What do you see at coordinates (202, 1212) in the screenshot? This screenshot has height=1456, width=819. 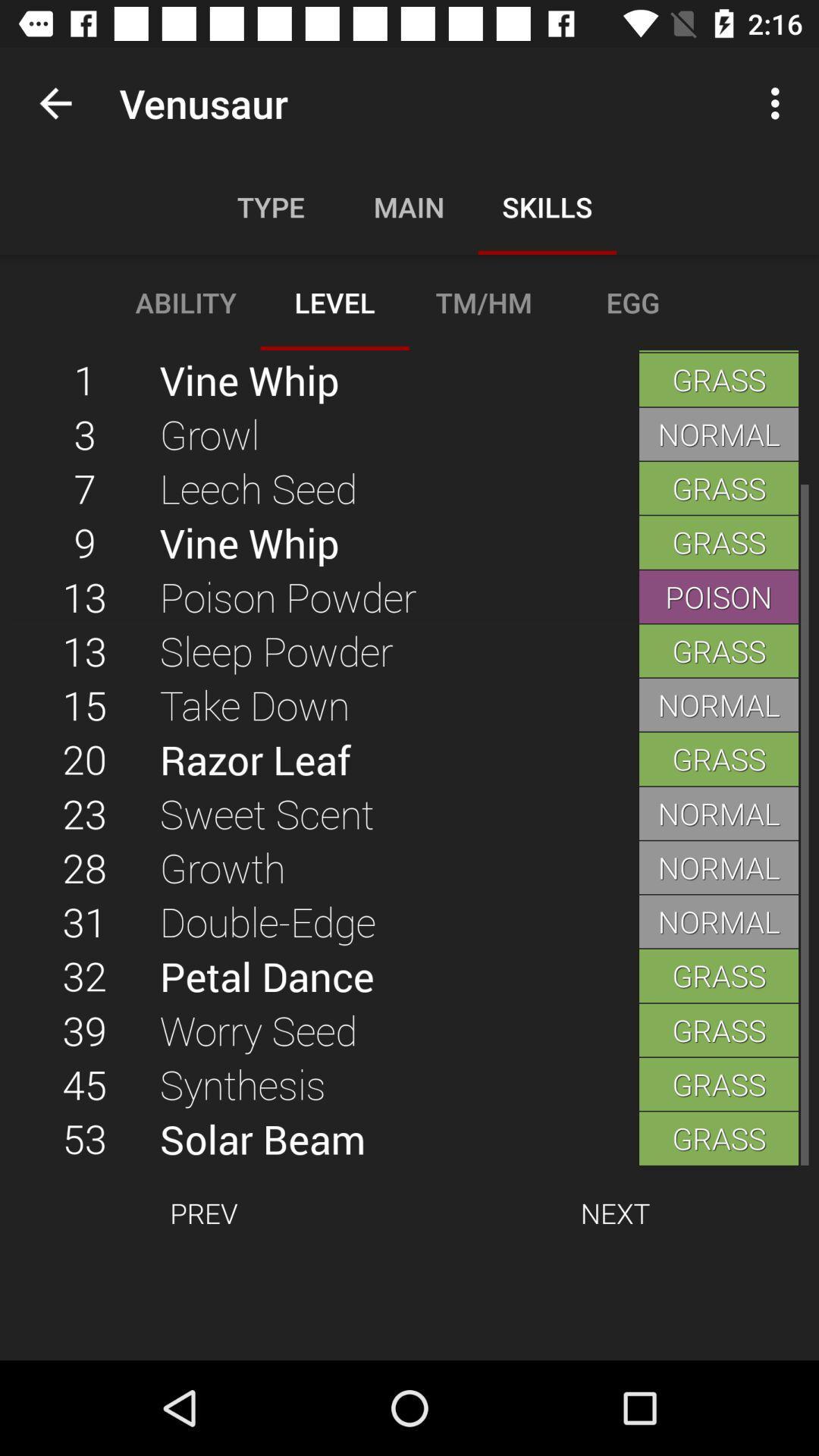 I see `prev icon` at bounding box center [202, 1212].